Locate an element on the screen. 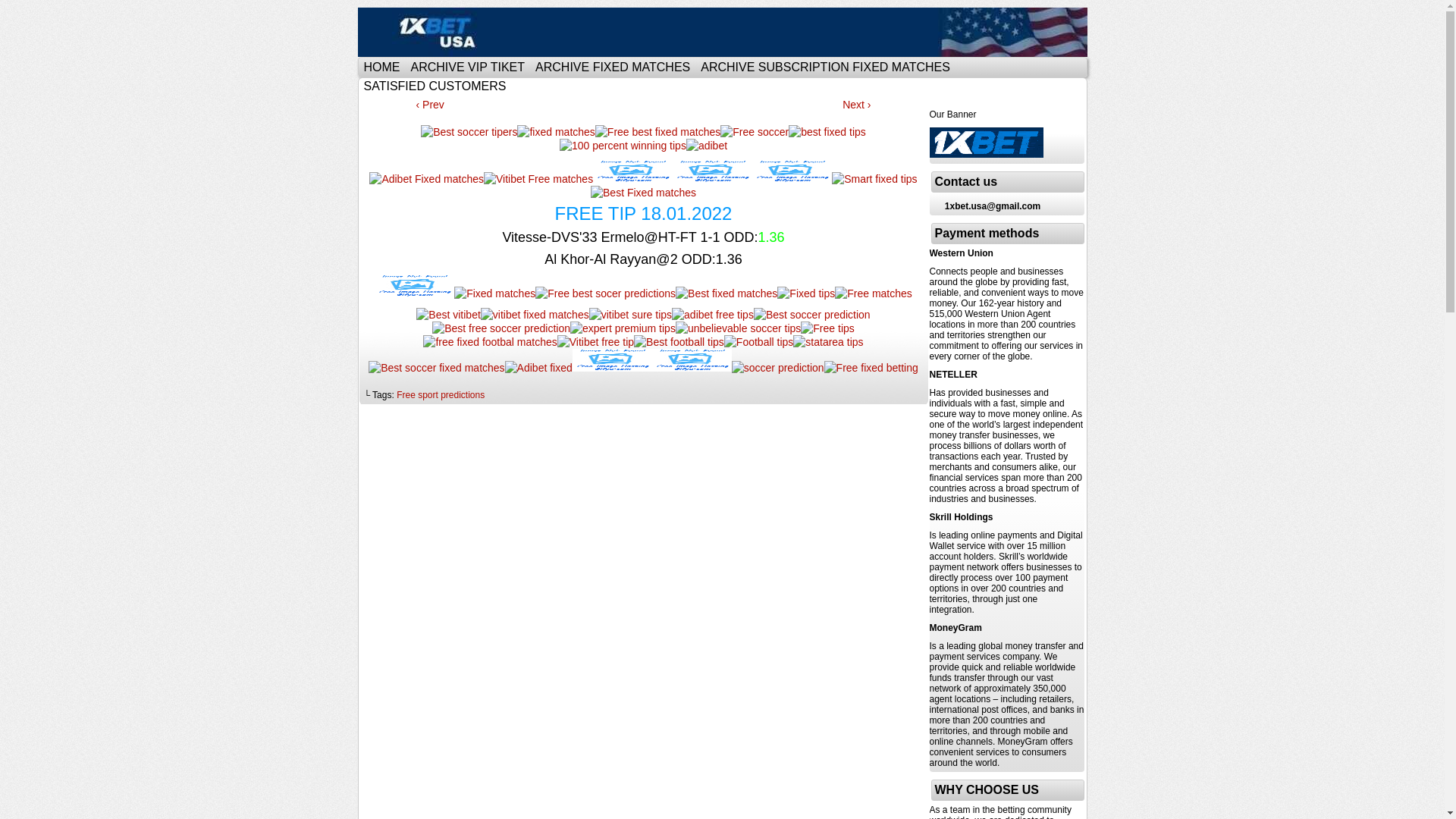 This screenshot has height=819, width=1456. 'Best soccer fixed matches' is located at coordinates (435, 368).